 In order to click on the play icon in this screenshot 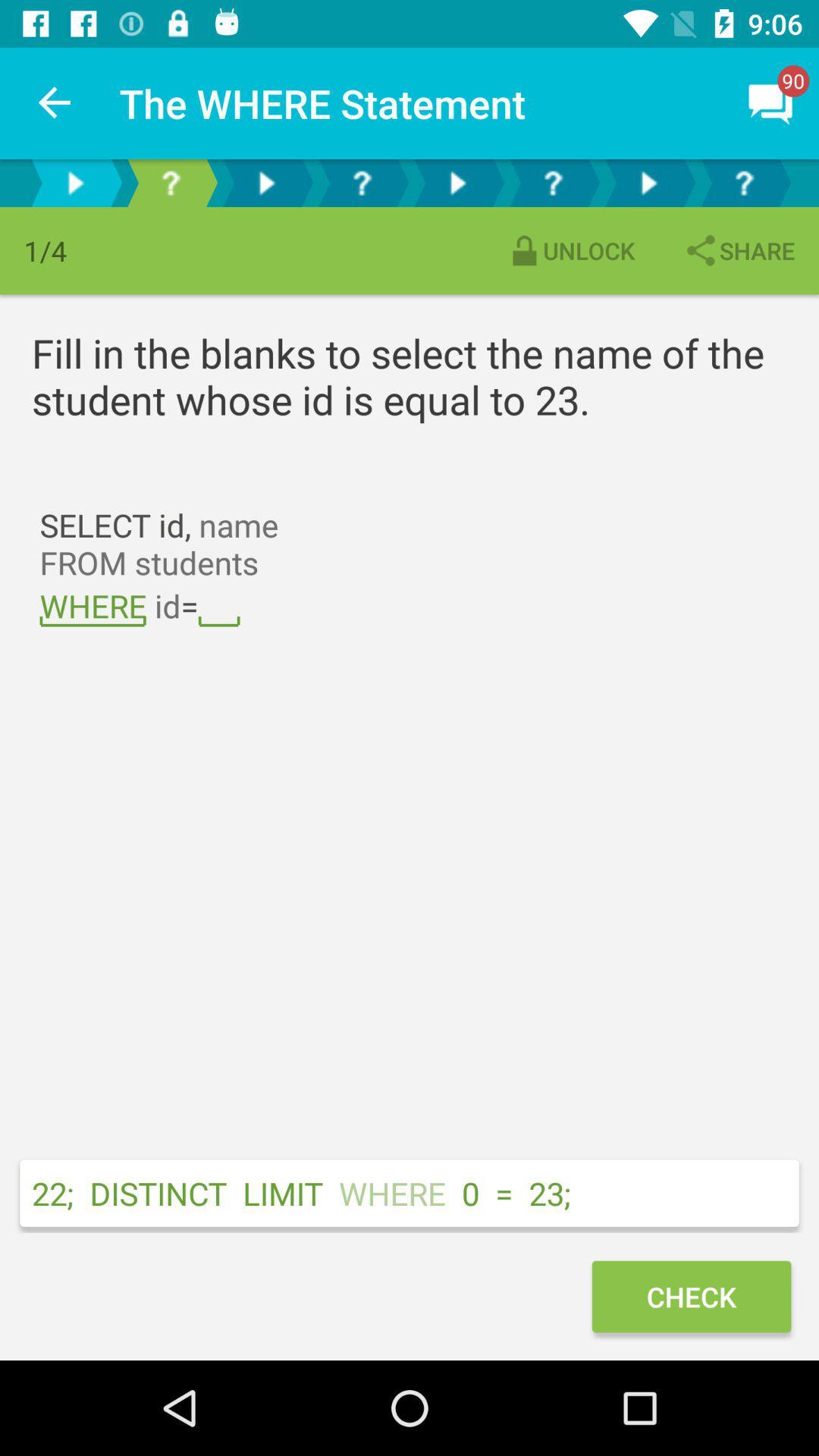, I will do `click(75, 182)`.